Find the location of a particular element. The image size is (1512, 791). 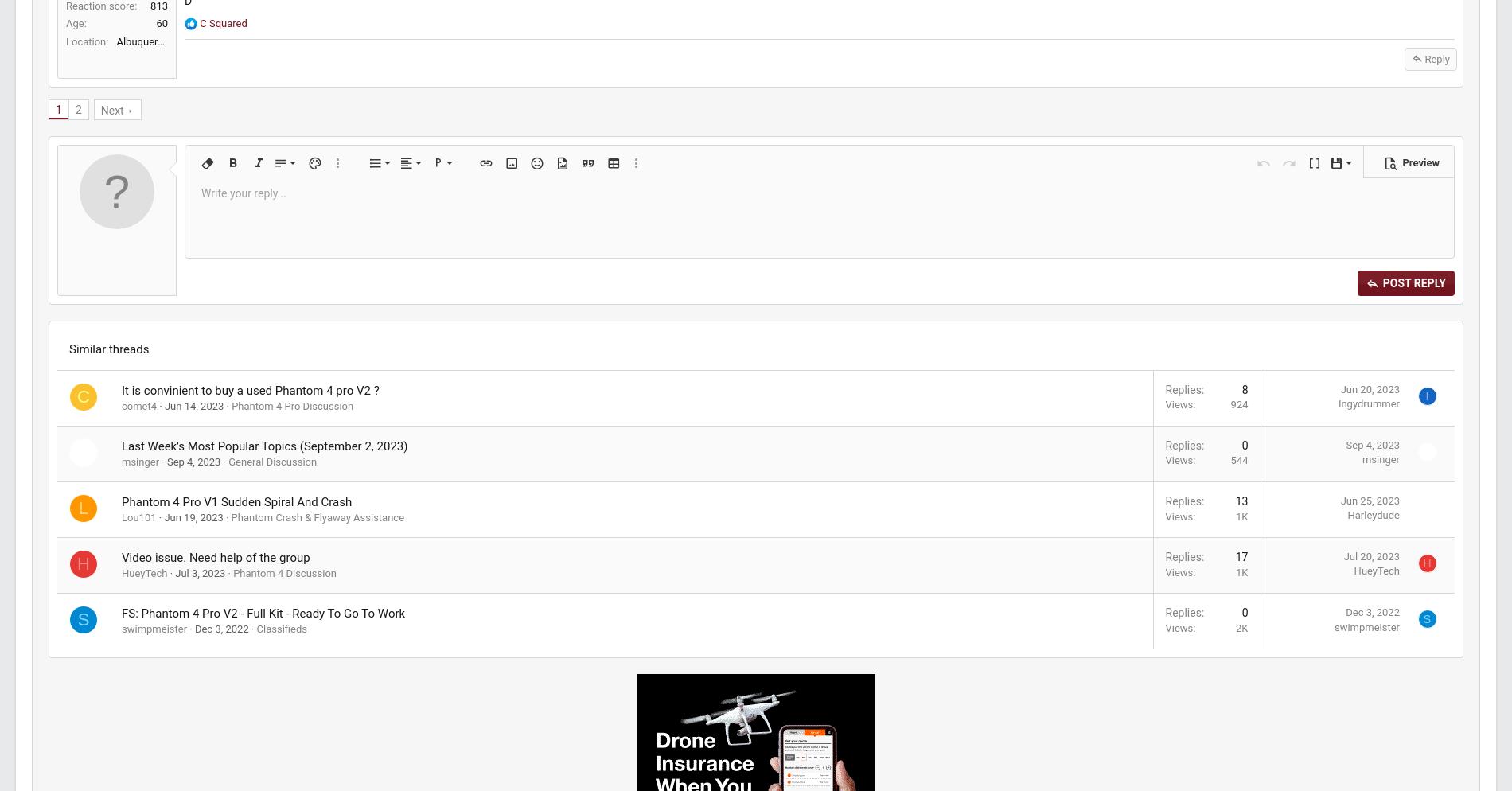

'Albuquerque, New Mexico' is located at coordinates (212, 138).